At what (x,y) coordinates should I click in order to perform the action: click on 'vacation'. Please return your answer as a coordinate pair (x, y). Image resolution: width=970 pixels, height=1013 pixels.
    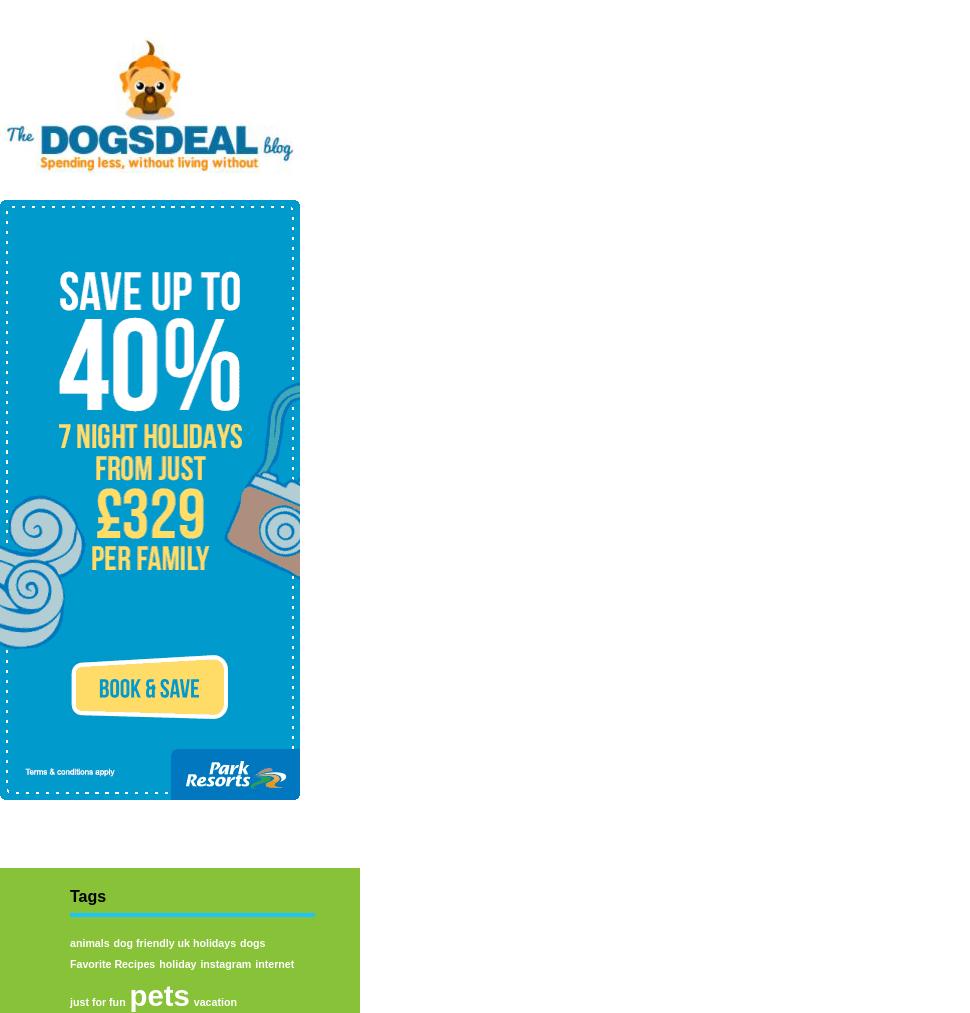
    Looking at the image, I should click on (214, 1001).